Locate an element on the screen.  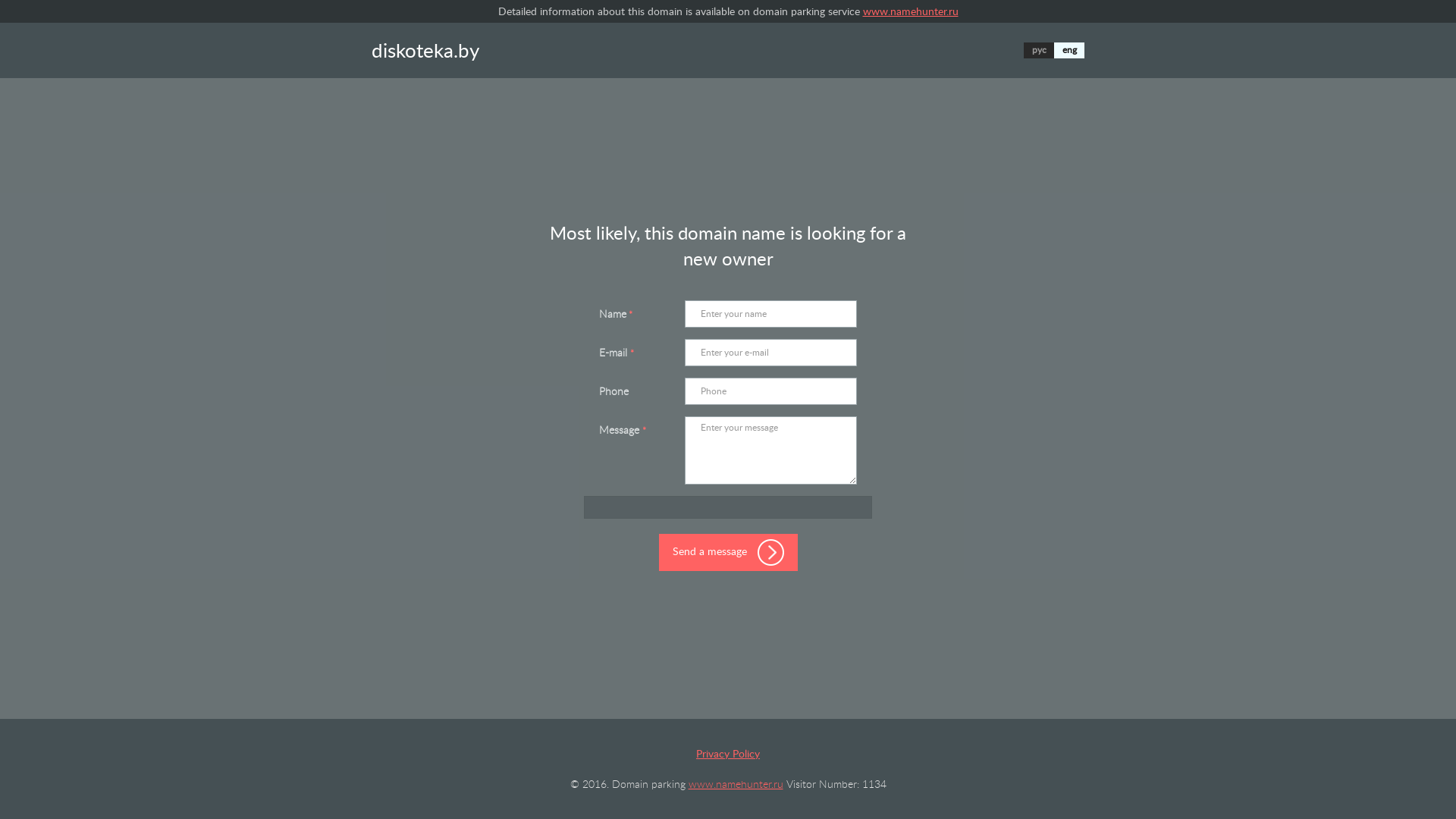
'Send a message' is located at coordinates (726, 552).